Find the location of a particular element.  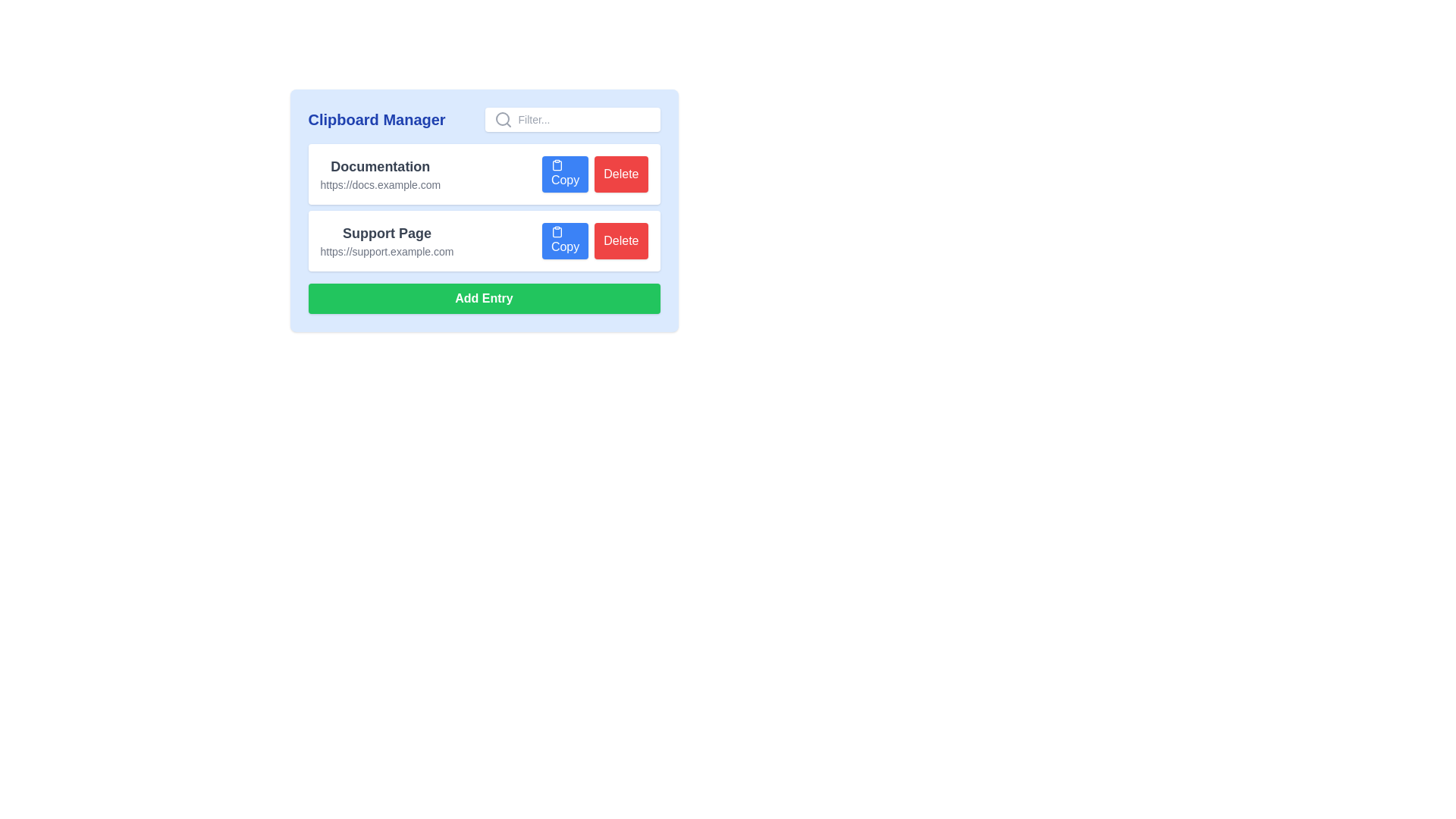

the blue rectangular 'Copy' button with rounded corners, located next to the 'Documentation' text is located at coordinates (564, 174).